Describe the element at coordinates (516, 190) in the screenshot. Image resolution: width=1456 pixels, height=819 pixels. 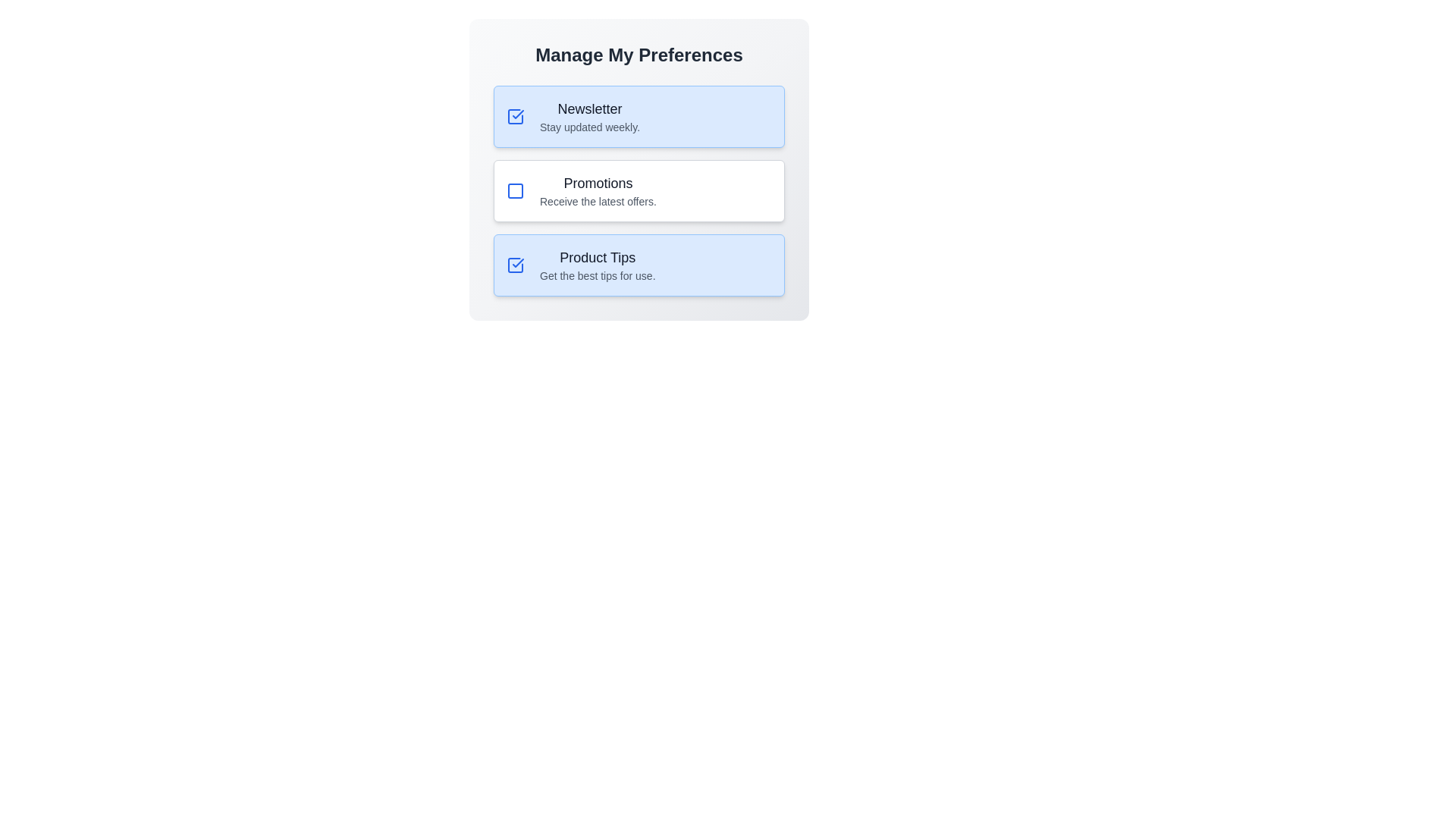
I see `the small square icon with rounded corners located inside a larger outlined square, positioned to the left of the 'Promotions' label in the vertical list of preferences options` at that location.